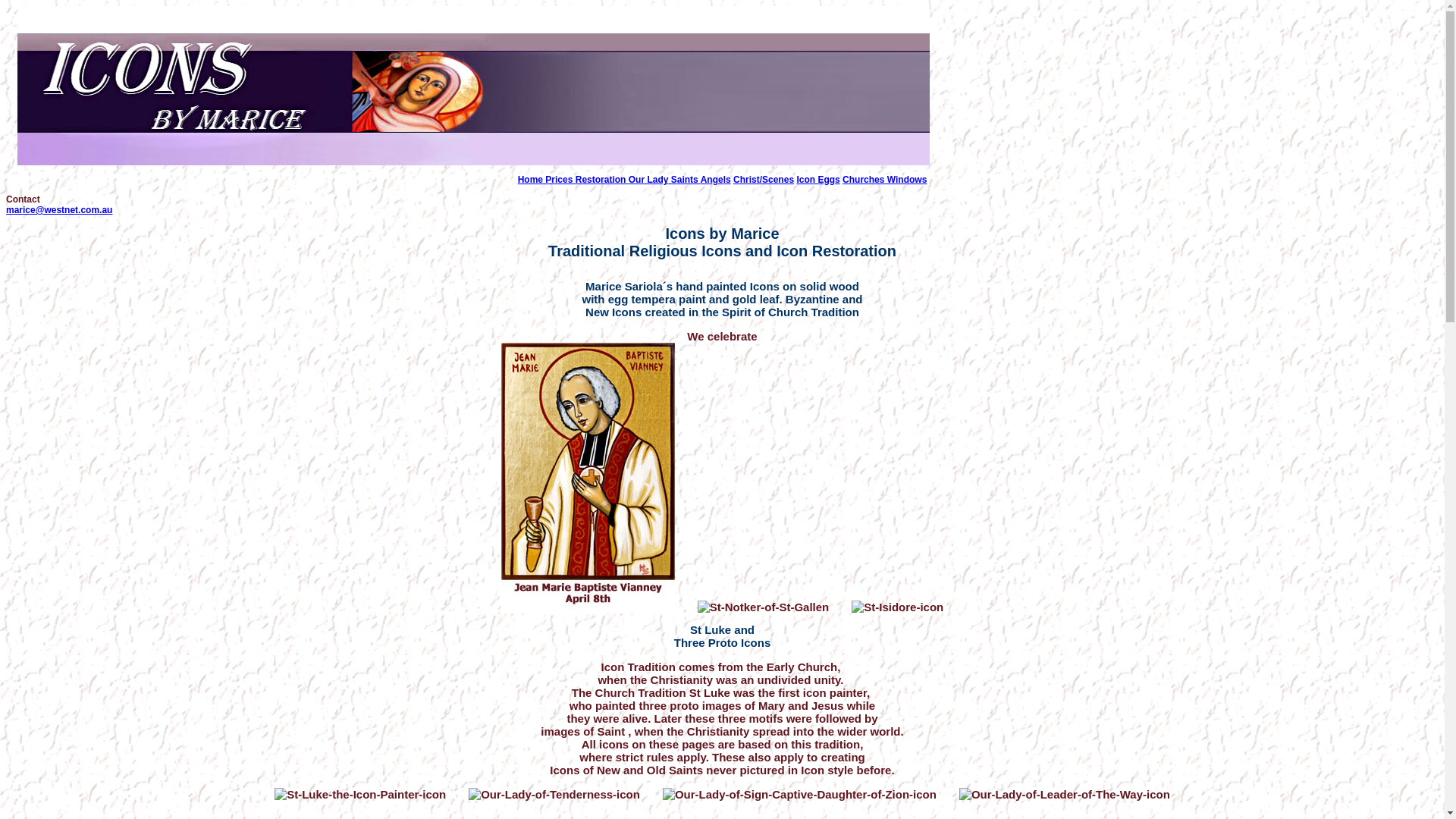  Describe the element at coordinates (841, 178) in the screenshot. I see `'Churches'` at that location.